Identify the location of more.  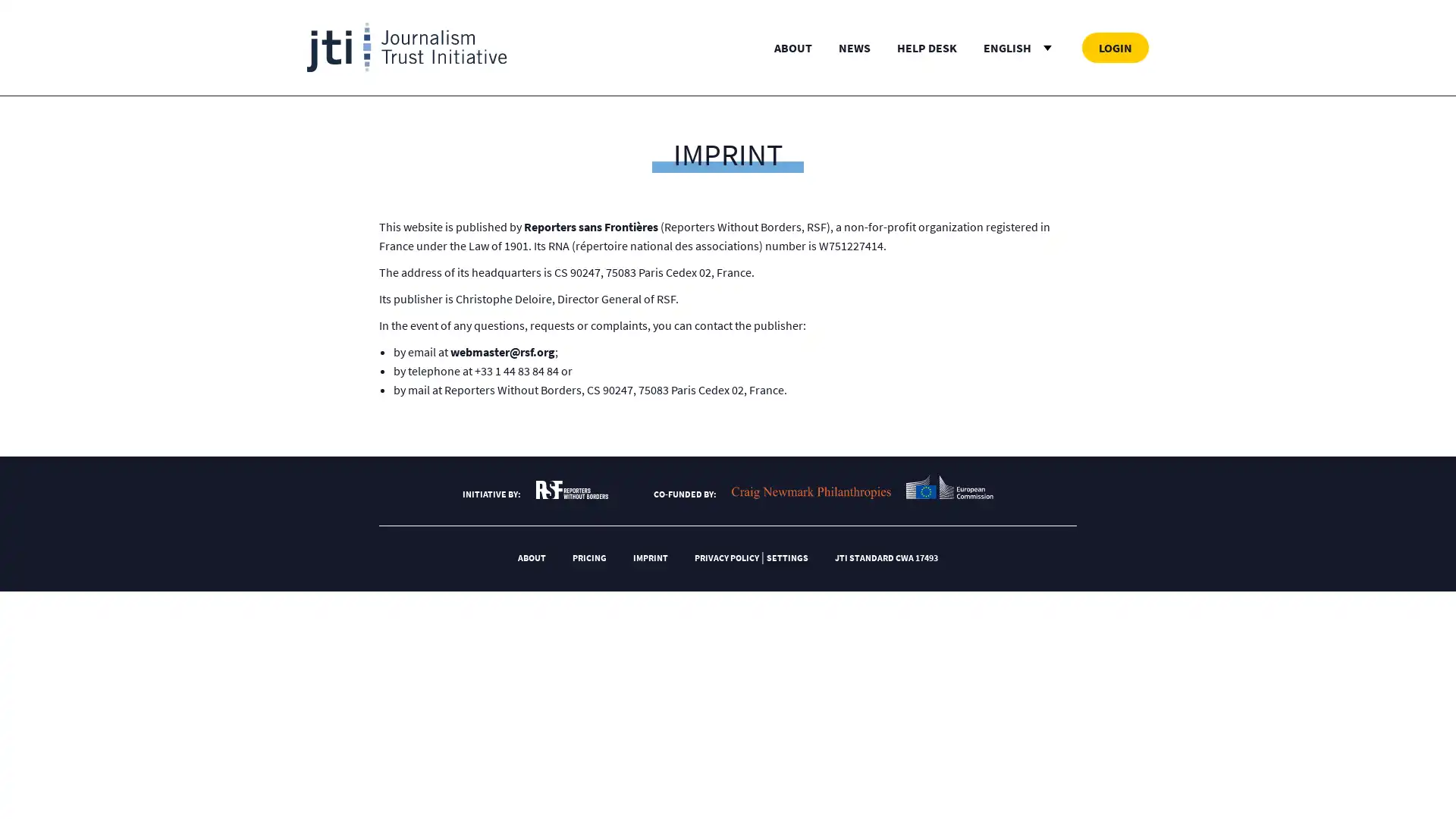
(619, 425).